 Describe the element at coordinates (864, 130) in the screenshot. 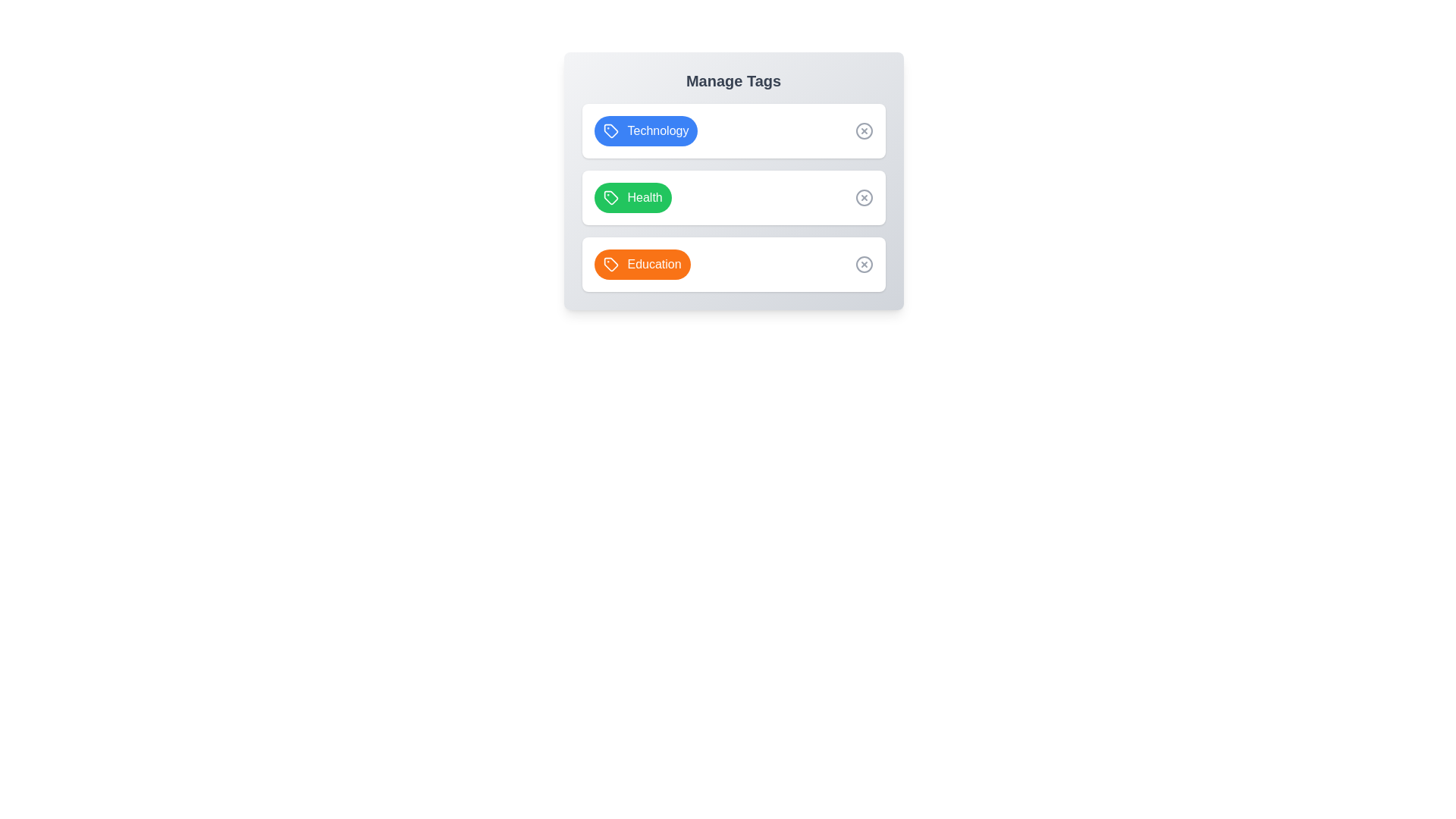

I see `close button for the tag labeled Technology` at that location.